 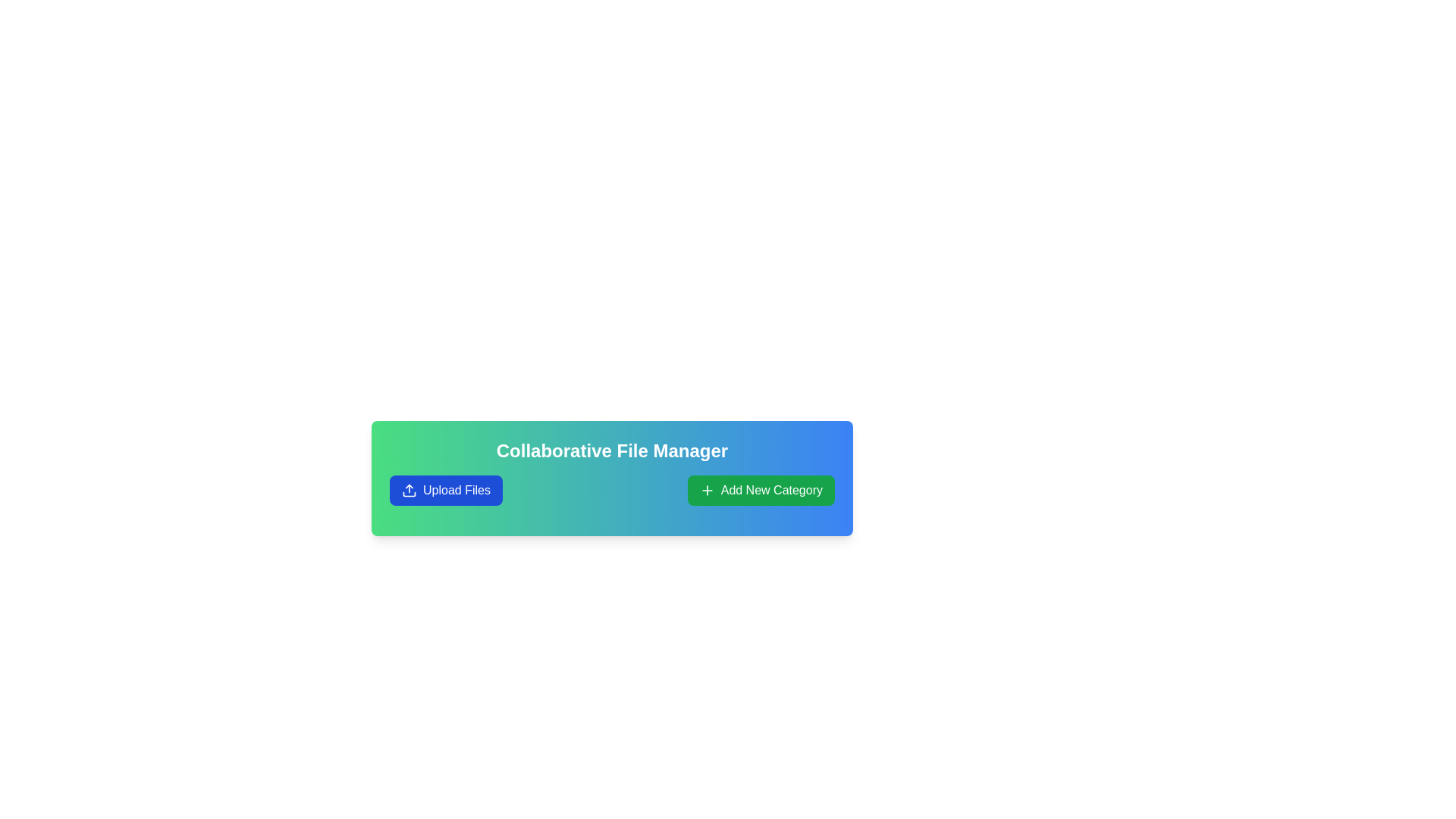 What do you see at coordinates (612, 450) in the screenshot?
I see `the static text header or label that serves as the title for the file management card, positioned at the upper section above interactive elements like 'Upload Files' and 'Add New Category'` at bounding box center [612, 450].